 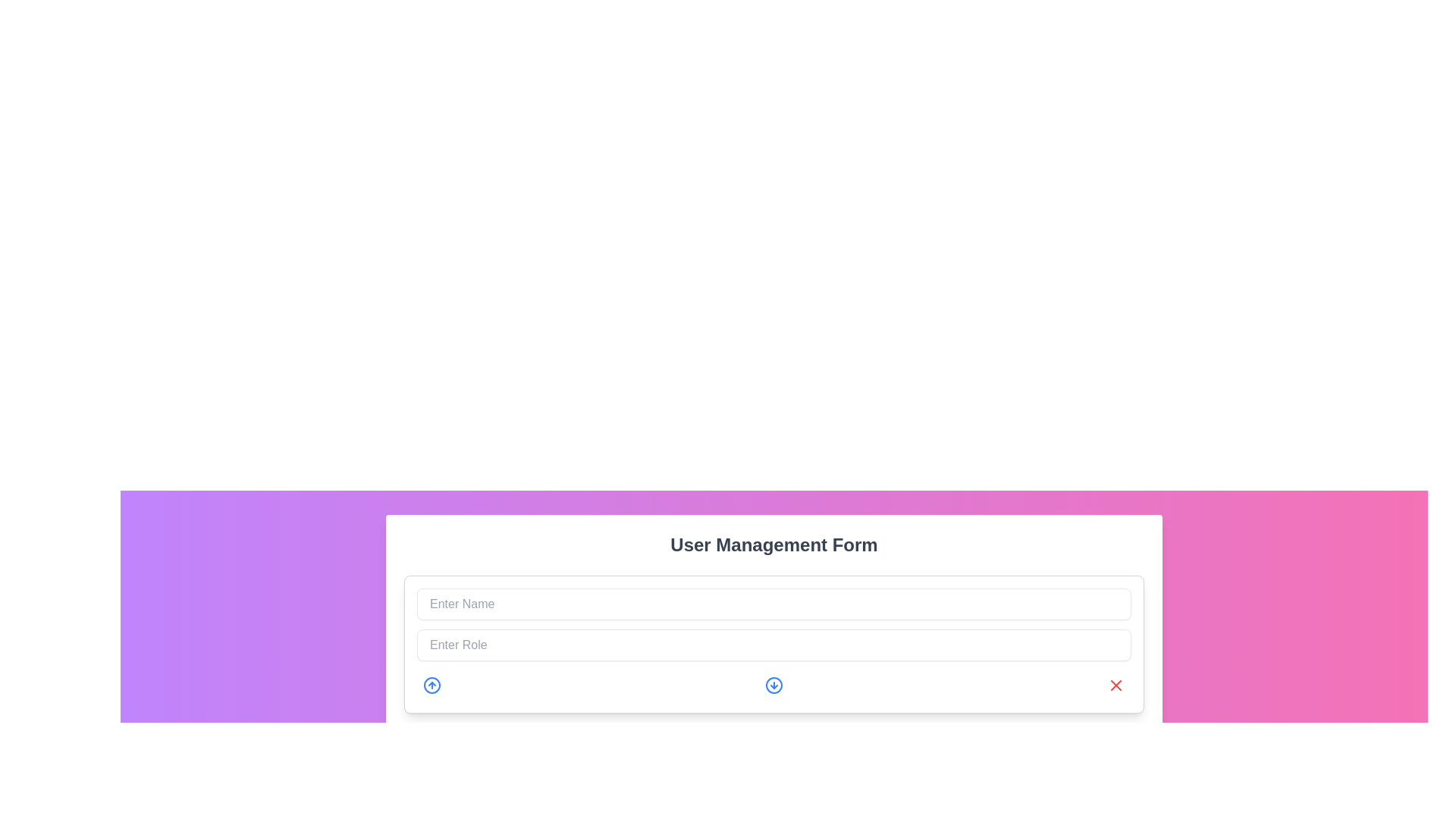 What do you see at coordinates (431, 685) in the screenshot?
I see `the circular button with an upward arrow icon located below the 'Enter Role' text input field` at bounding box center [431, 685].